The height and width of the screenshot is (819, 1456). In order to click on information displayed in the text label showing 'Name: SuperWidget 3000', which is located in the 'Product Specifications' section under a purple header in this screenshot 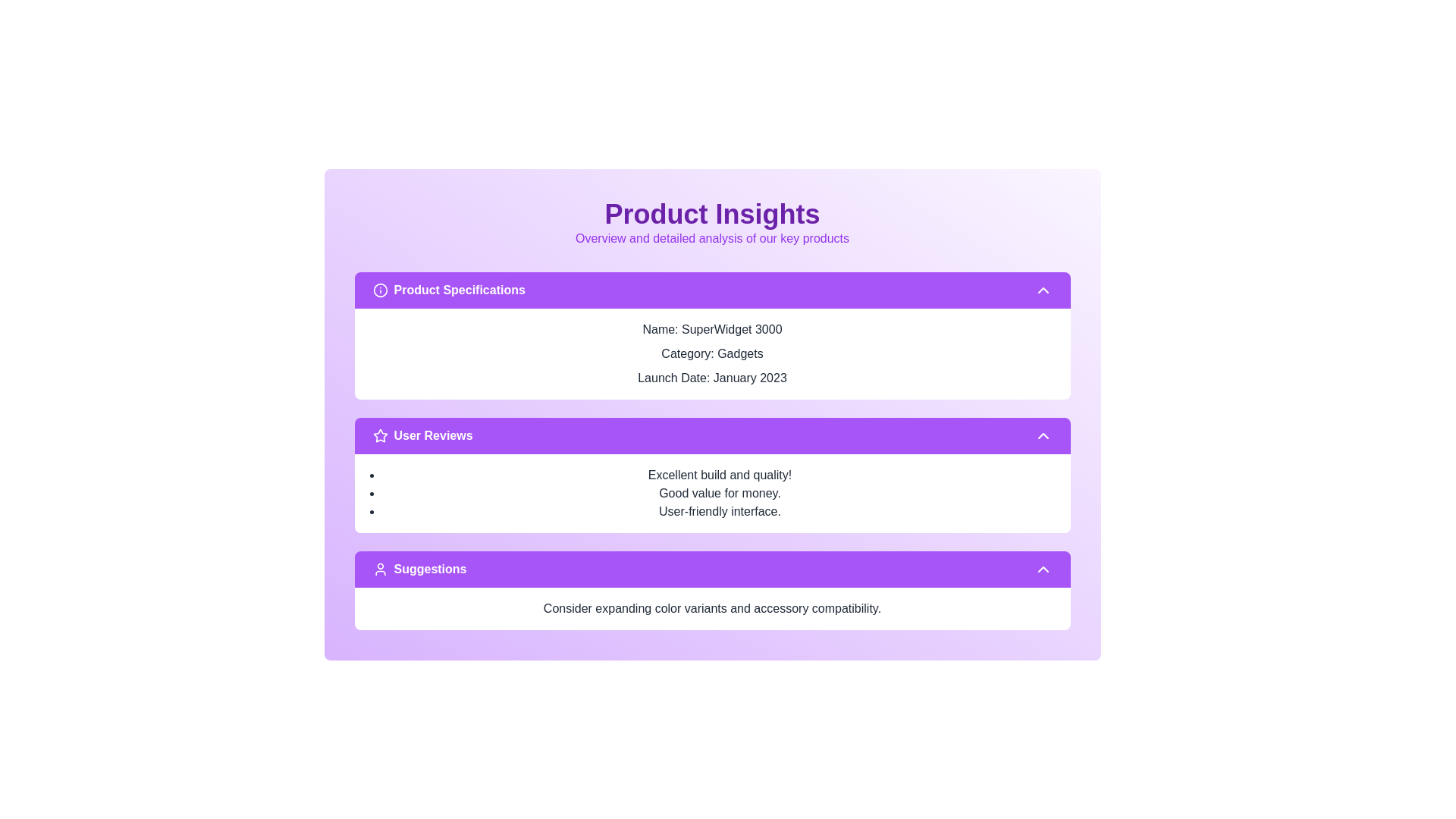, I will do `click(711, 329)`.